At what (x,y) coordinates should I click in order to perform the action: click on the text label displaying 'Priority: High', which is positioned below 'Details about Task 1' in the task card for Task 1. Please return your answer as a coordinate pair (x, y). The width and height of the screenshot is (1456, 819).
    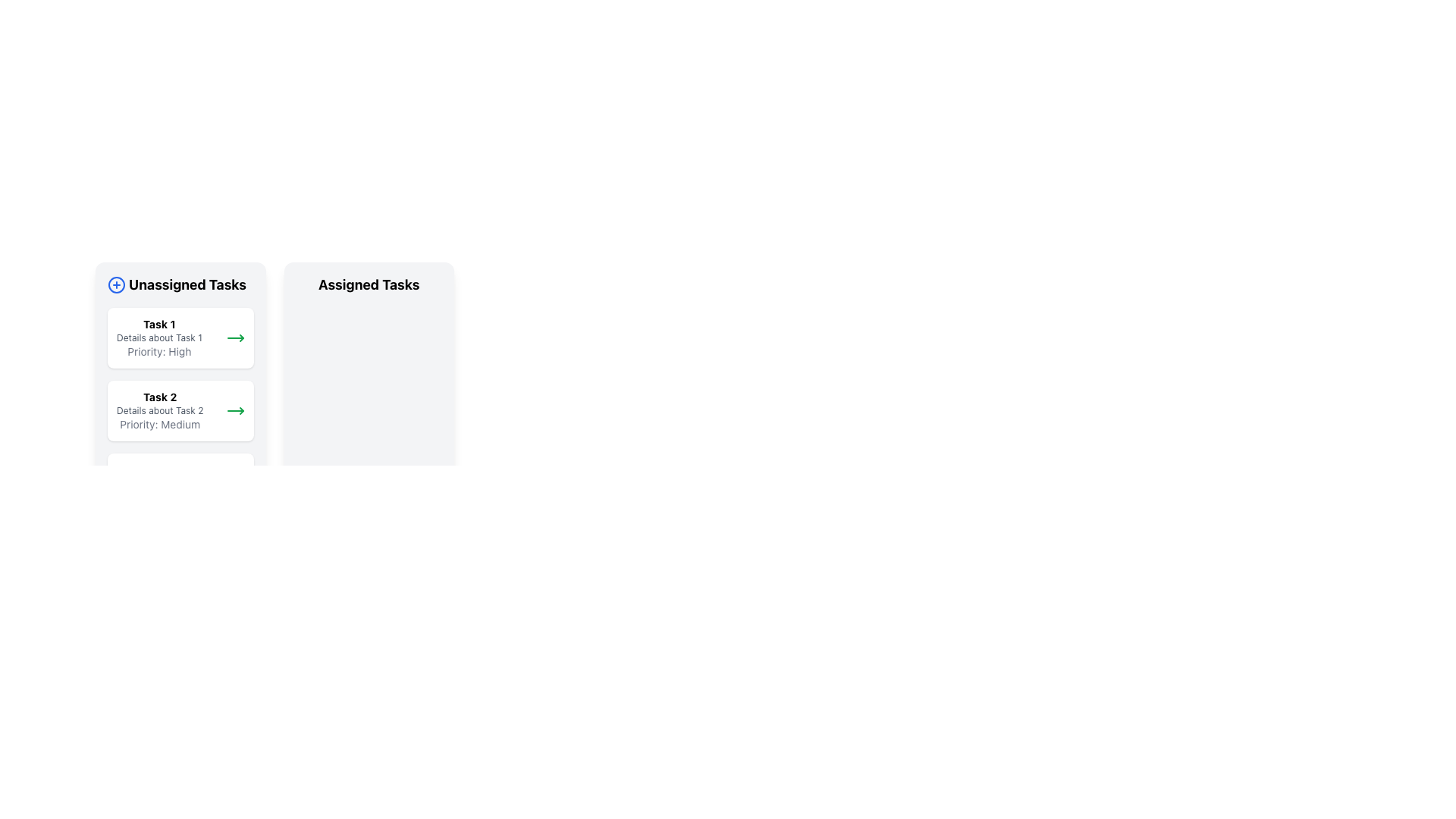
    Looking at the image, I should click on (159, 351).